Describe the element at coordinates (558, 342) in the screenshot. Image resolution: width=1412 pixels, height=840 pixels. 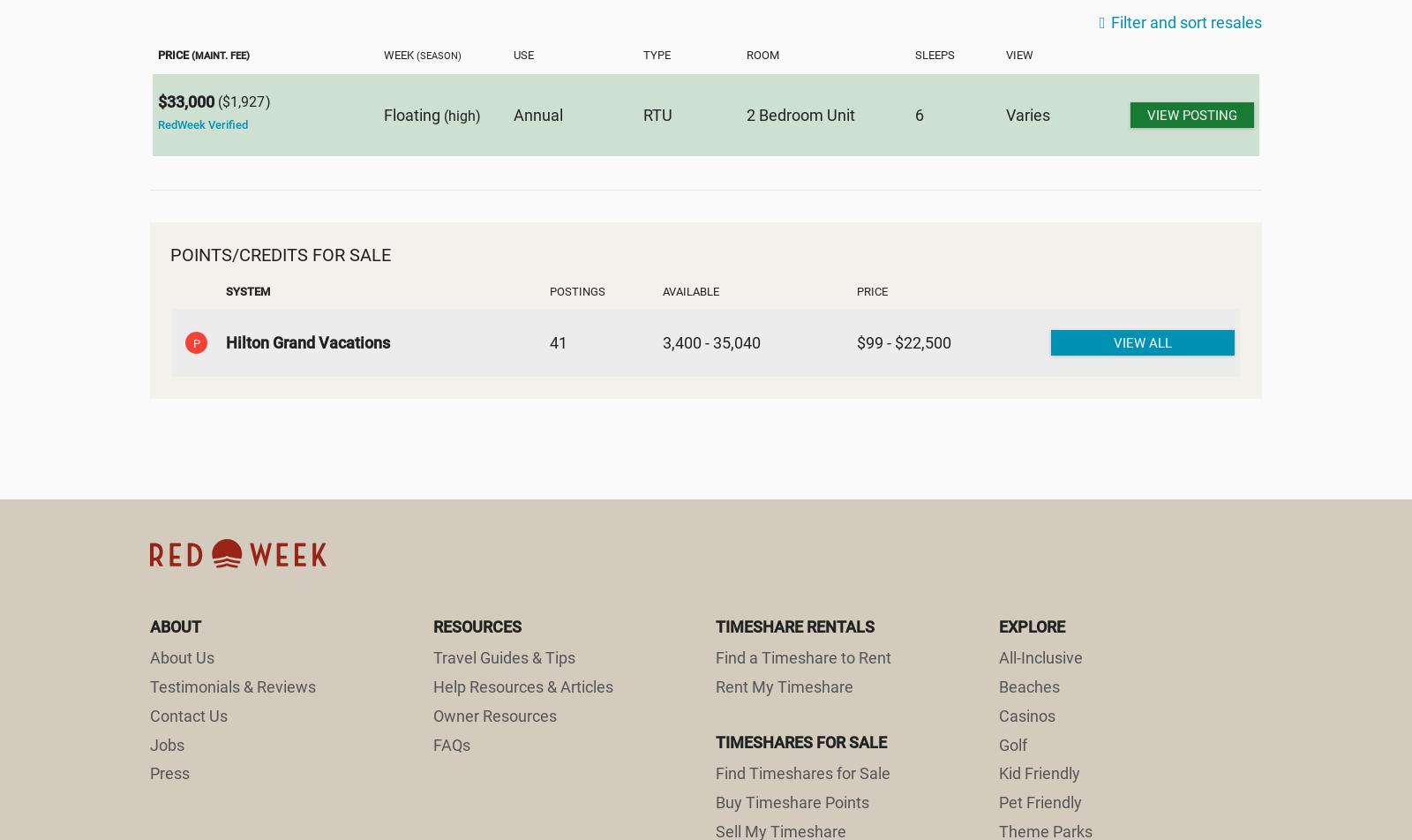
I see `'41'` at that location.